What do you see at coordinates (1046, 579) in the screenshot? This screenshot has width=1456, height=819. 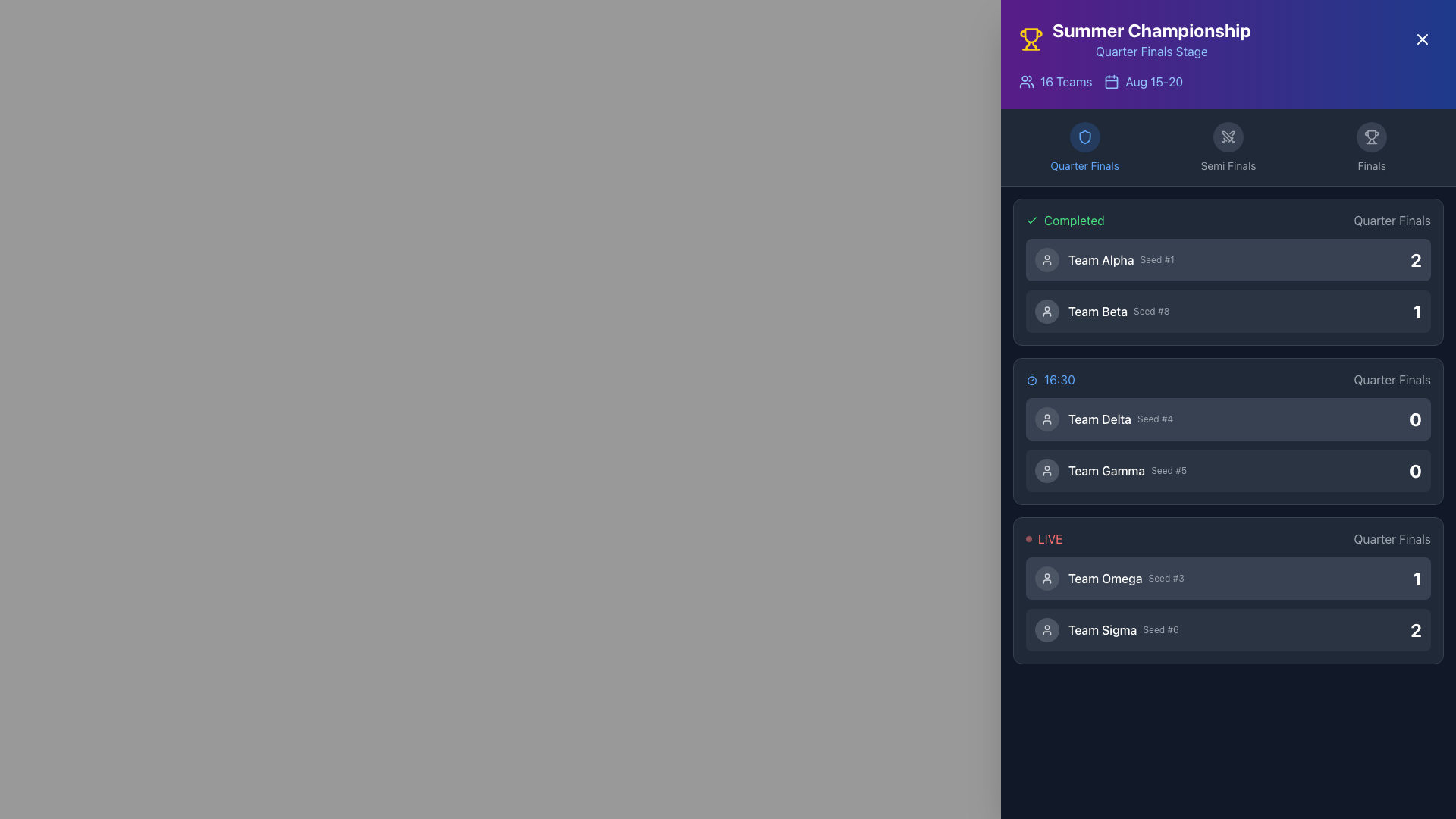 I see `the circular gray avatar icon representing a user, which is the first item in the list for 'Team OmegaSeed #3', located adjacent to the label 'Team Omega'` at bounding box center [1046, 579].